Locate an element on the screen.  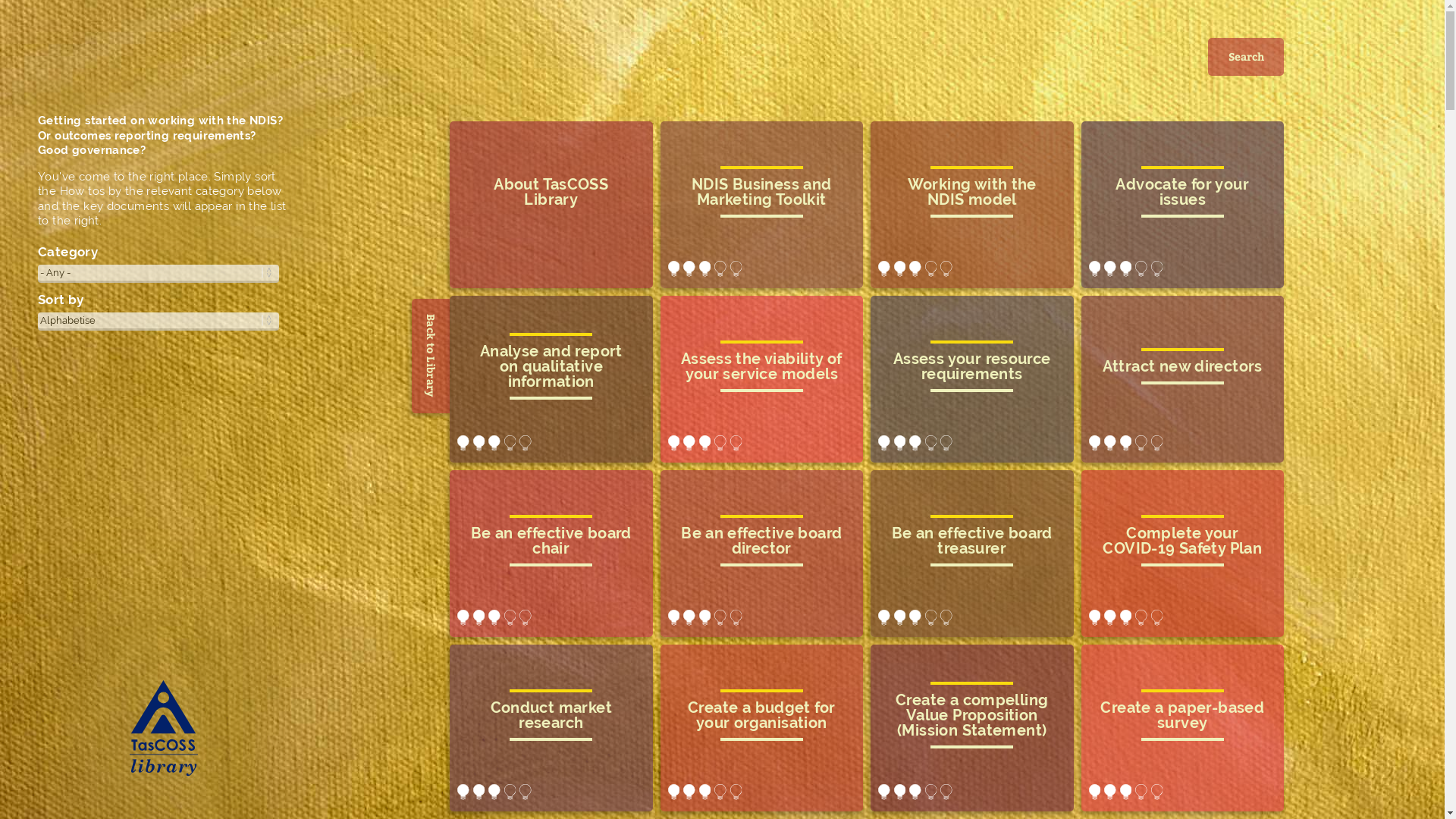
'Search' is located at coordinates (1245, 55).